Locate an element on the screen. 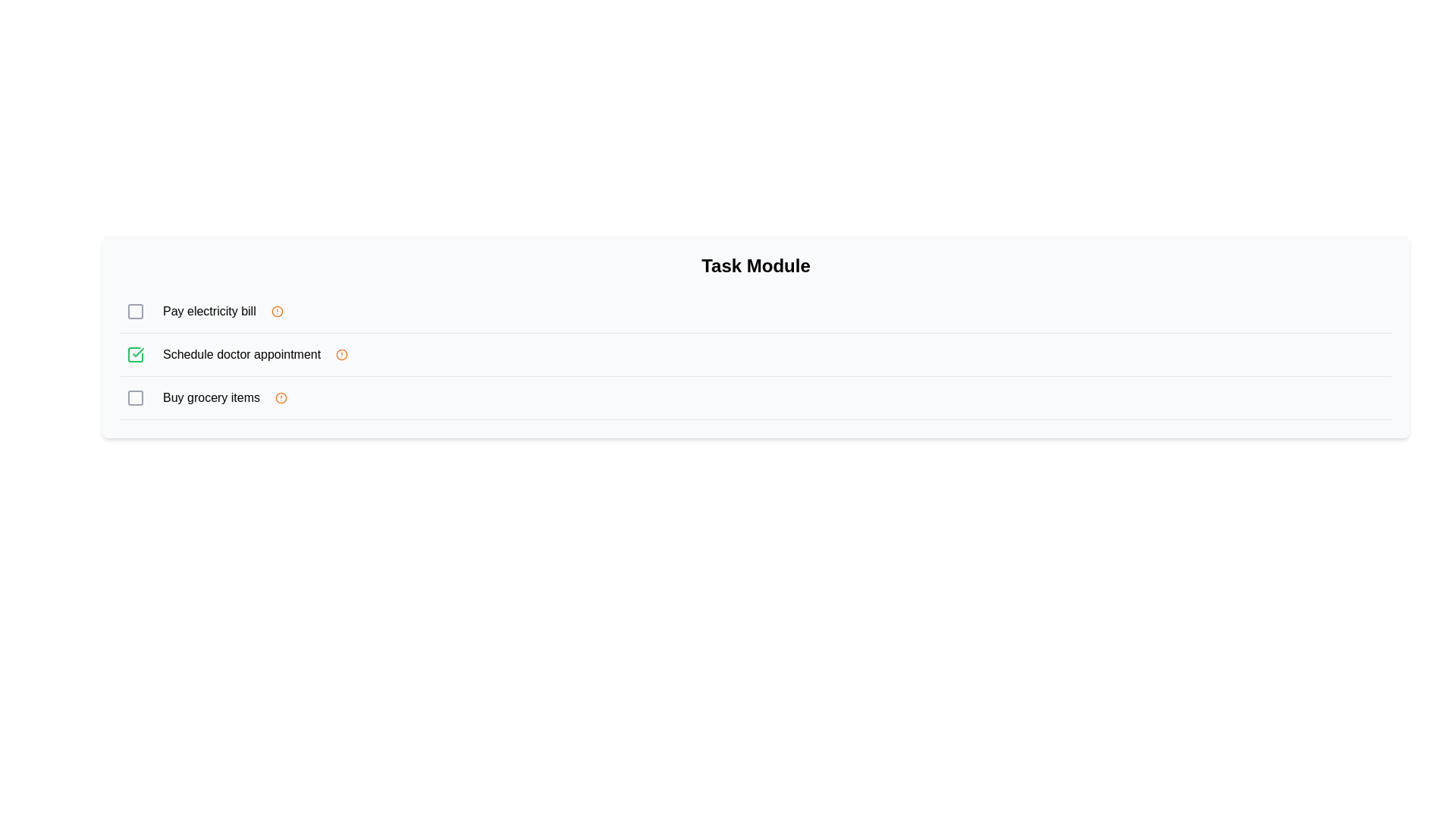 The height and width of the screenshot is (819, 1456). the text label that serves as the title for the task item, located in the third row of the task list, positioned between a checkbox and an alert icon is located at coordinates (210, 397).